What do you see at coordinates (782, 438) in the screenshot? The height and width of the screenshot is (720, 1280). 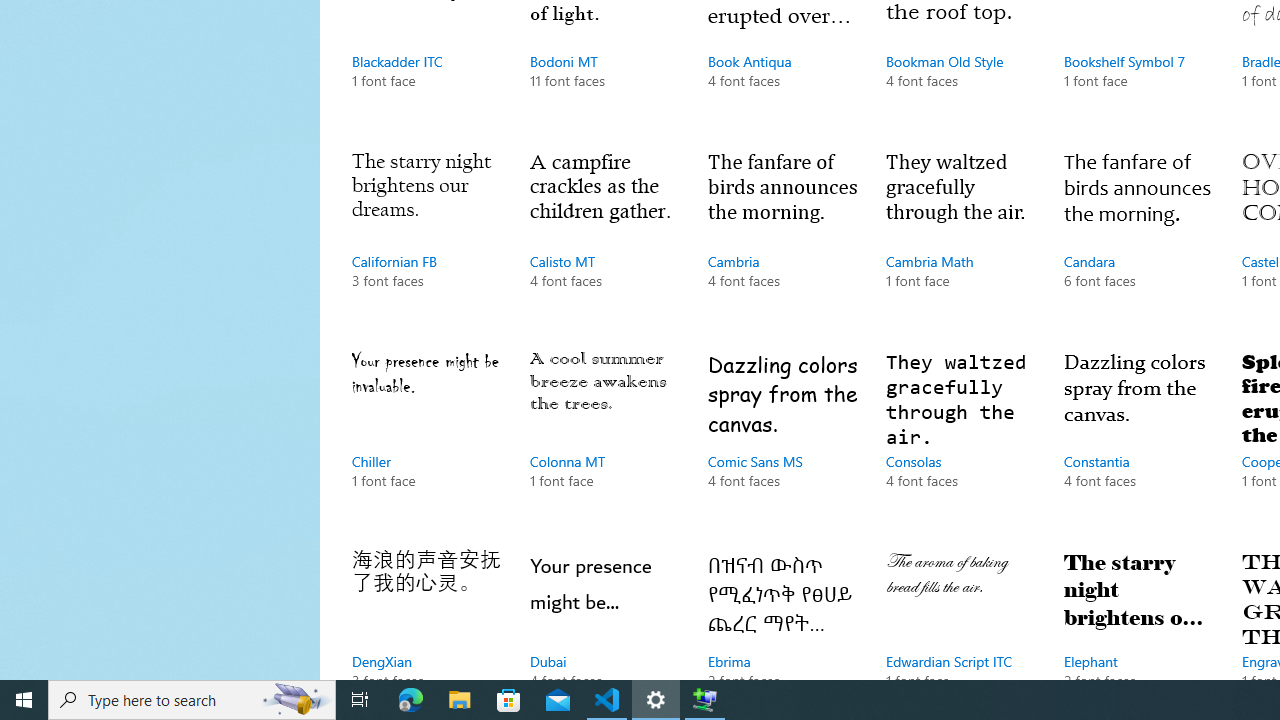 I see `'Comic Sans MS, 4 font faces'` at bounding box center [782, 438].